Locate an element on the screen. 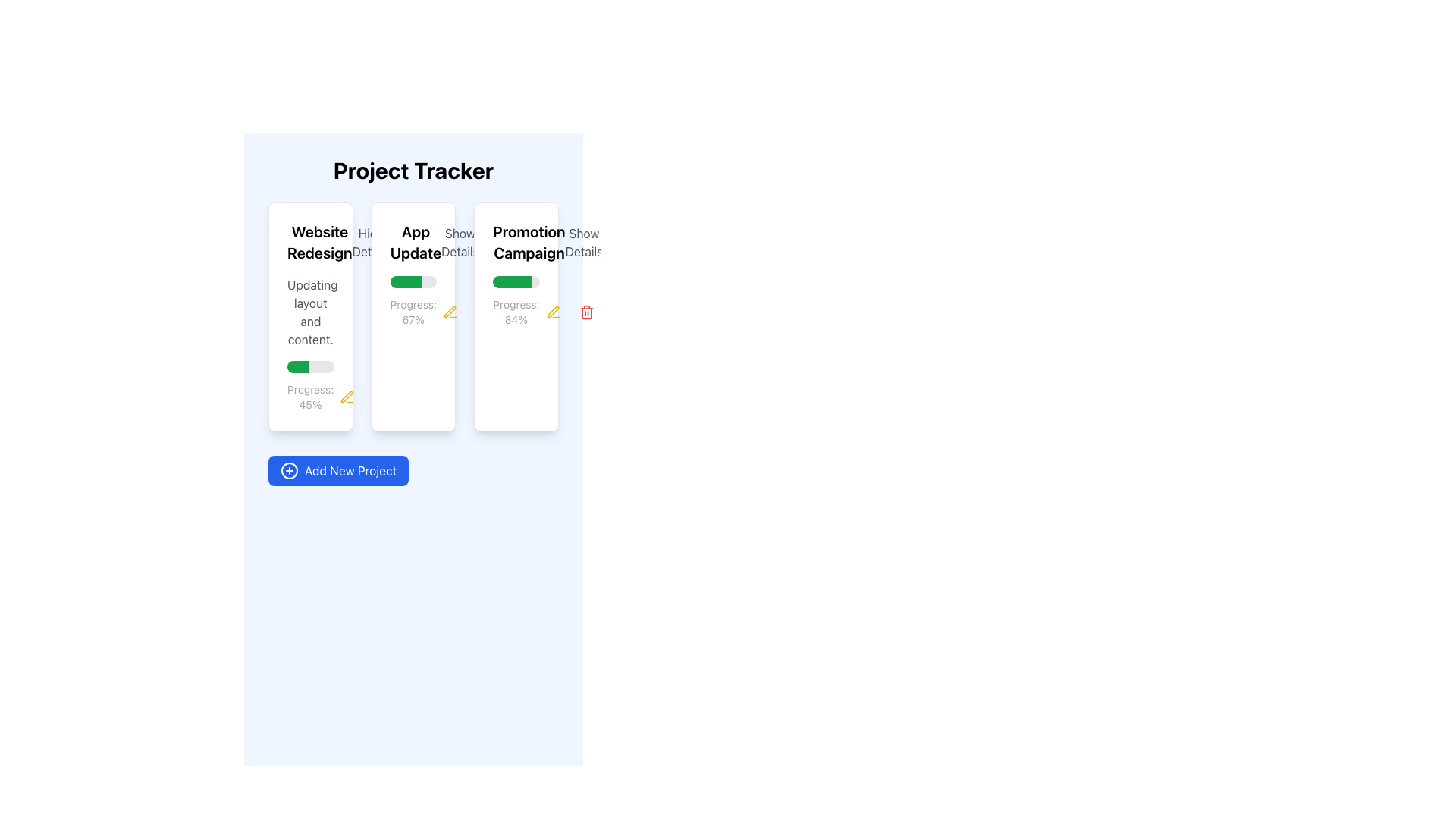 This screenshot has width=1456, height=819. the text label displaying 'Progress: 45%' located below the green progress bar within the 'Website Redesign' card is located at coordinates (309, 397).